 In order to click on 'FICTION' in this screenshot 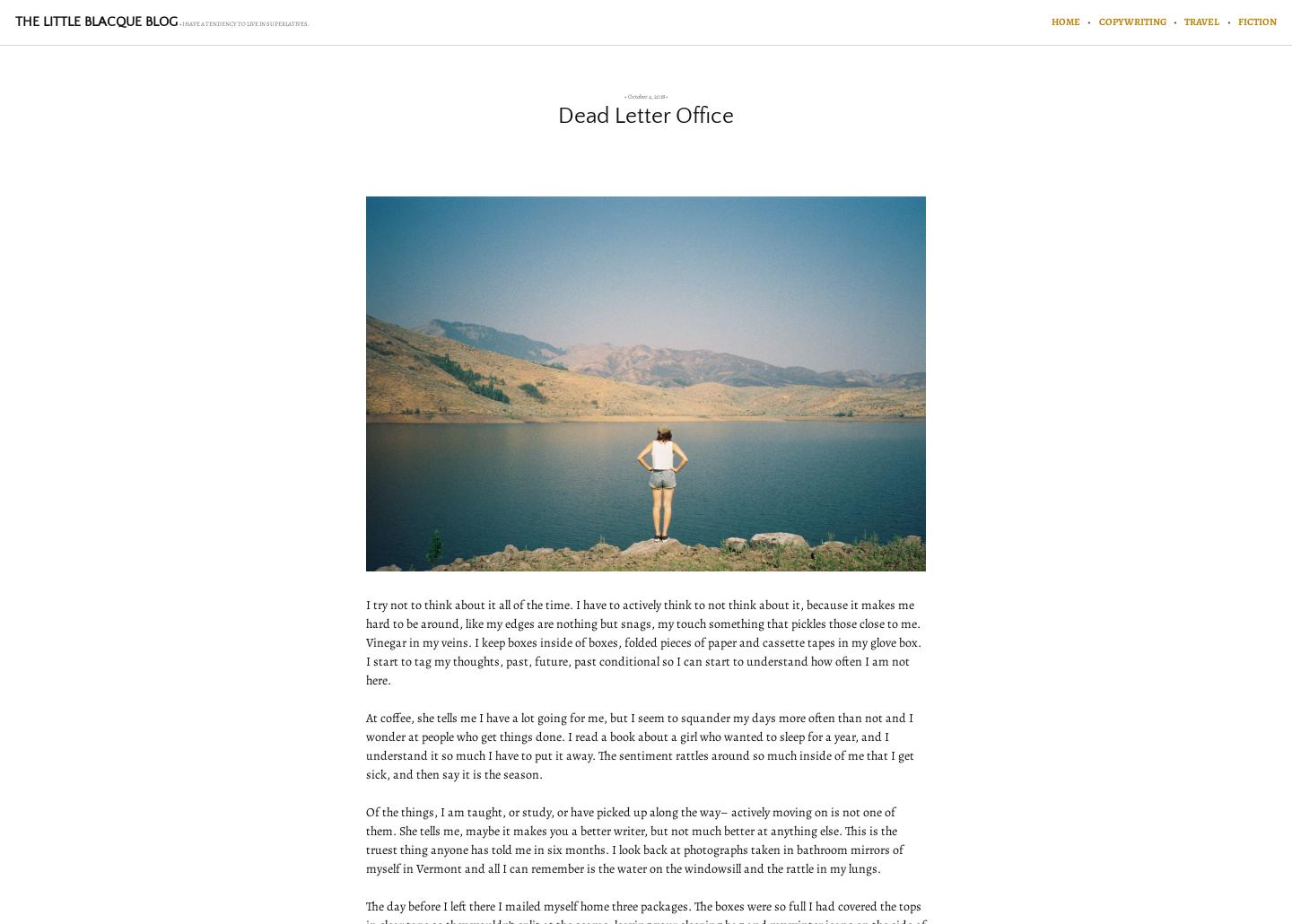, I will do `click(1236, 21)`.